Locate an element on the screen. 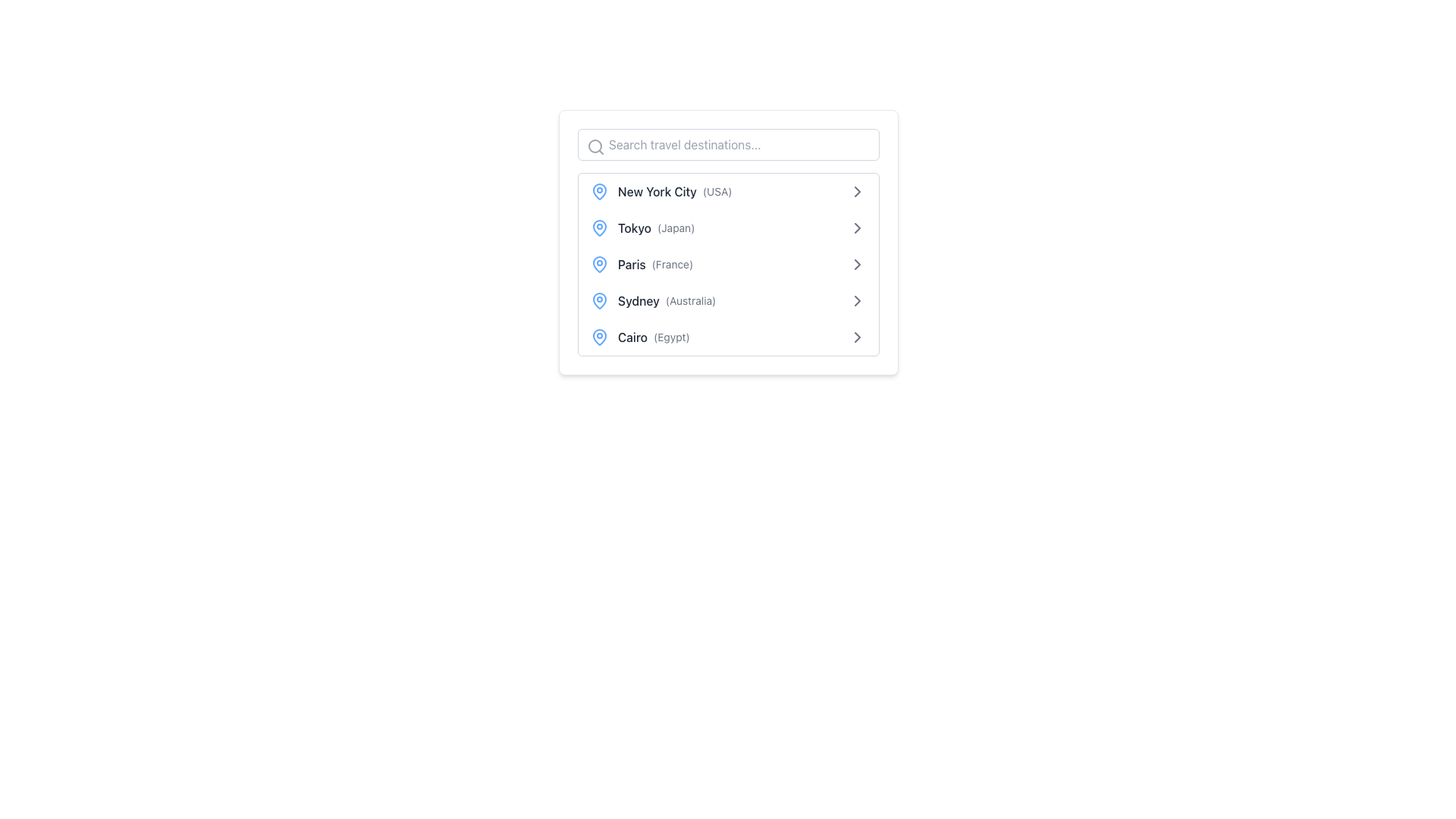  the blue map pin icon located to the left of the text label 'Sydney' is located at coordinates (599, 301).